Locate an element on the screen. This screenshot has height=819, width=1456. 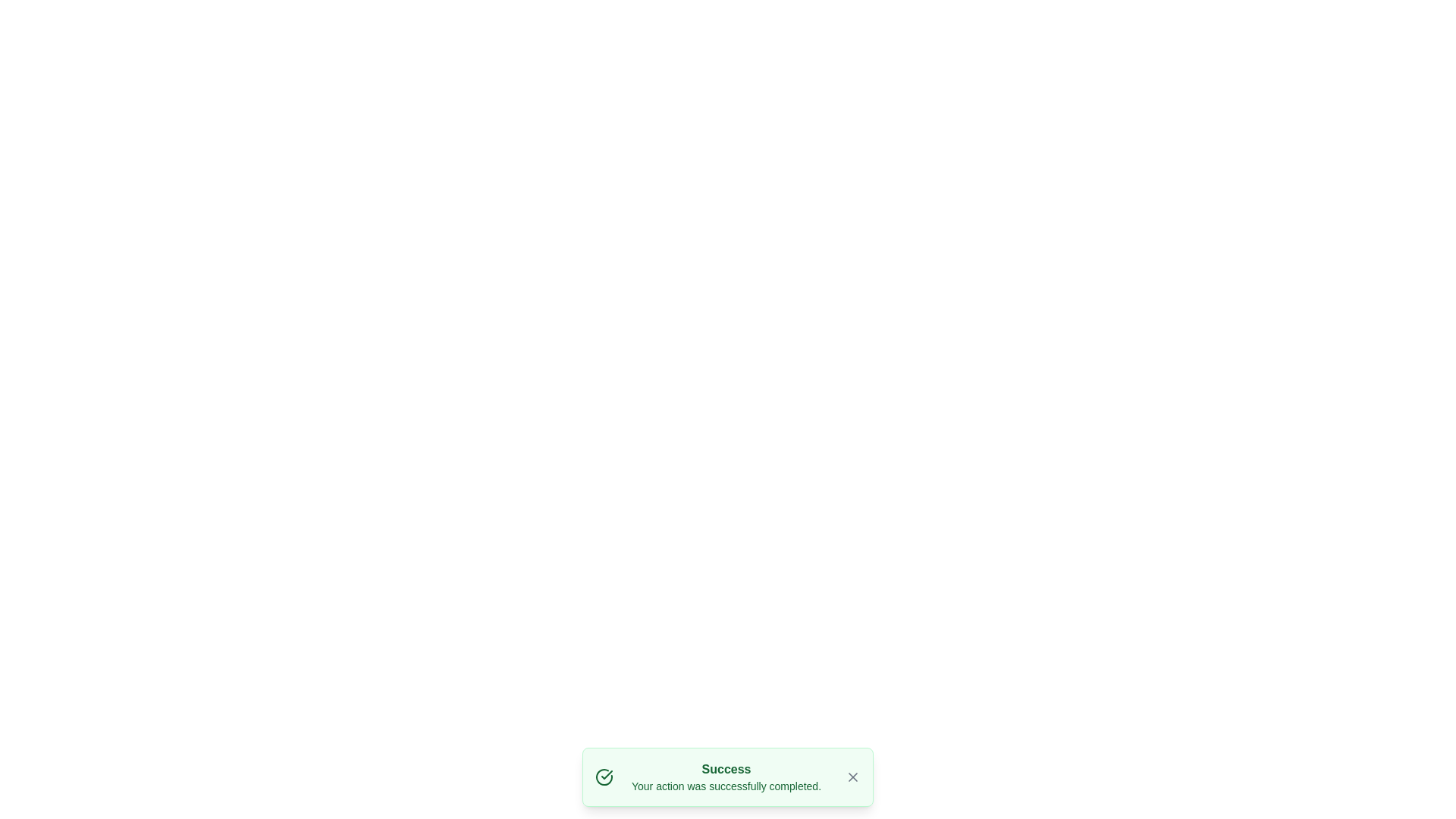
the graphical icon in the bottom-right corner of the success message dialog box is located at coordinates (852, 777).